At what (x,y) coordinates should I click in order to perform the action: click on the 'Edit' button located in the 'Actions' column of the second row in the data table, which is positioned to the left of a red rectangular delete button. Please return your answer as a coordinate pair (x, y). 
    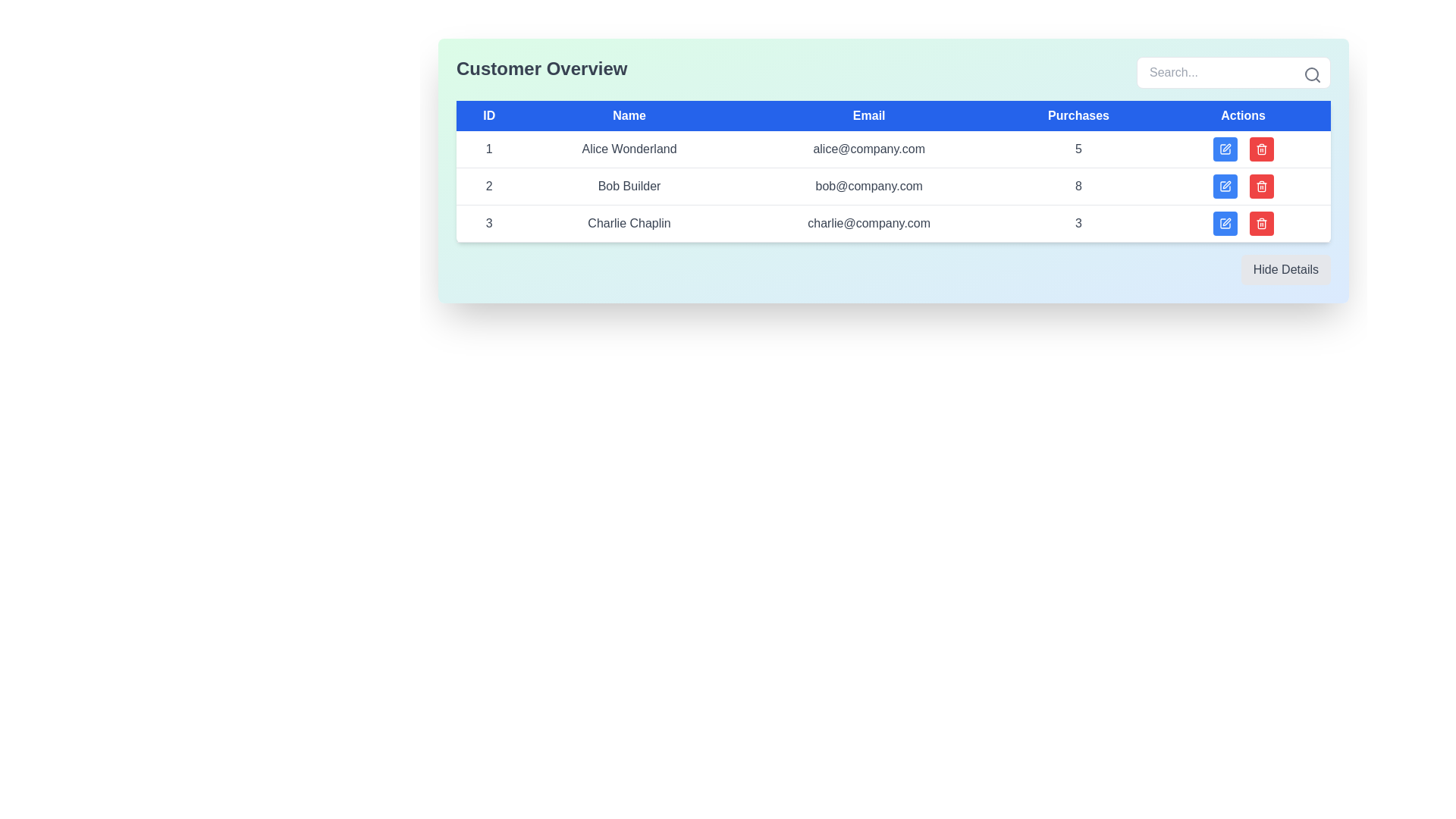
    Looking at the image, I should click on (1225, 186).